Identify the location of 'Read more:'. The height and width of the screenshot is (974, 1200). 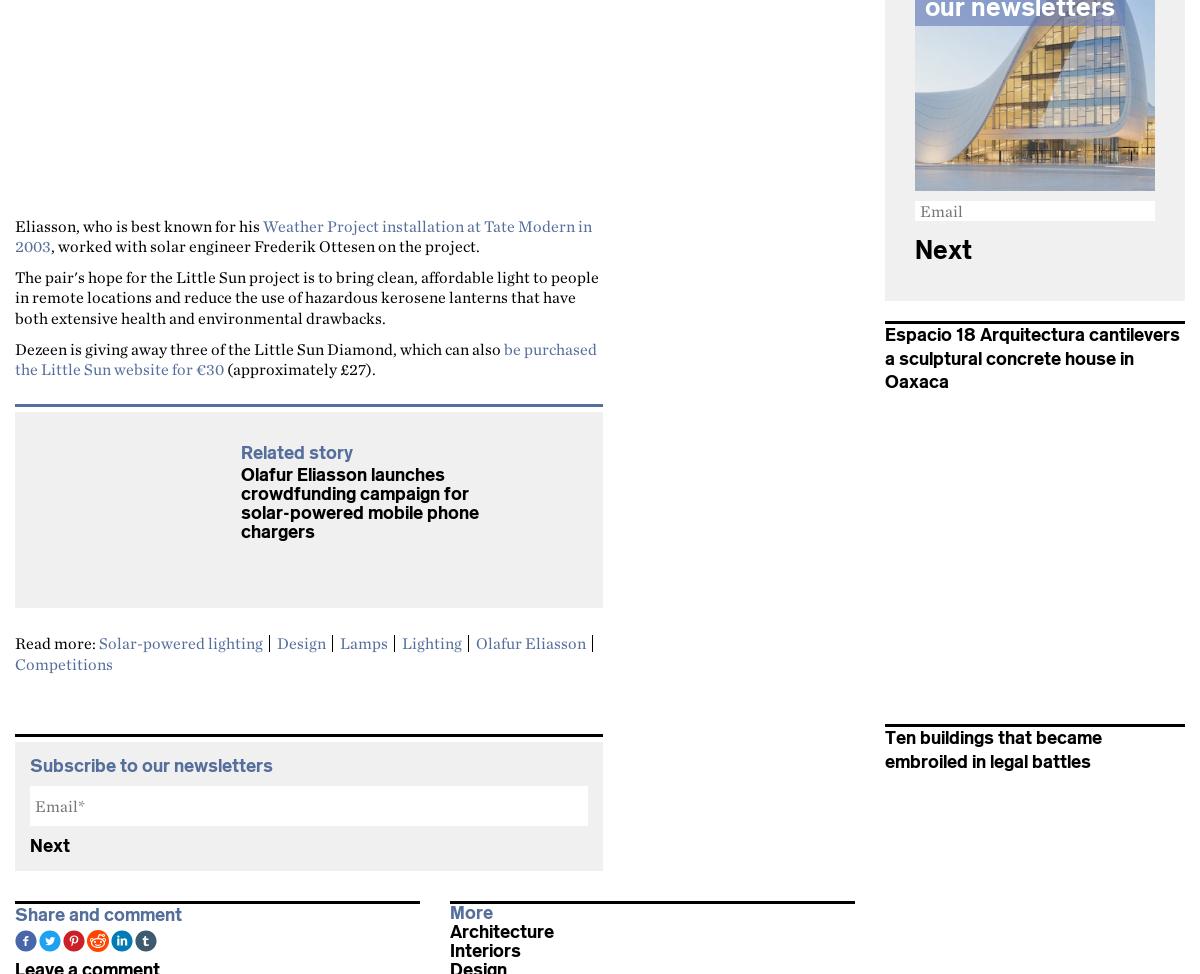
(57, 642).